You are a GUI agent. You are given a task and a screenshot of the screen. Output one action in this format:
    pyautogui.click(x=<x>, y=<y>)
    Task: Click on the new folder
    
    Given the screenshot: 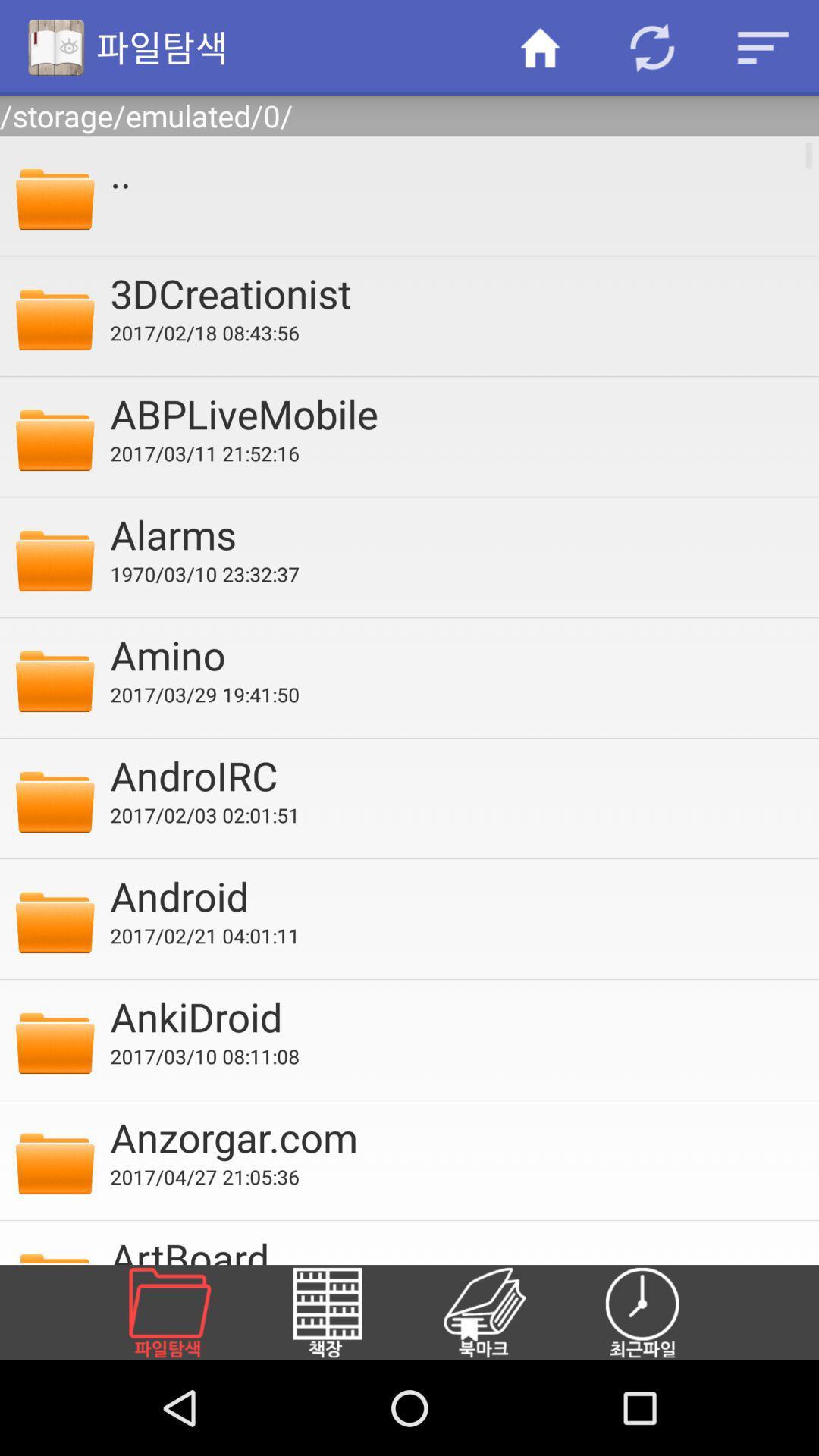 What is the action you would take?
    pyautogui.click(x=187, y=1312)
    